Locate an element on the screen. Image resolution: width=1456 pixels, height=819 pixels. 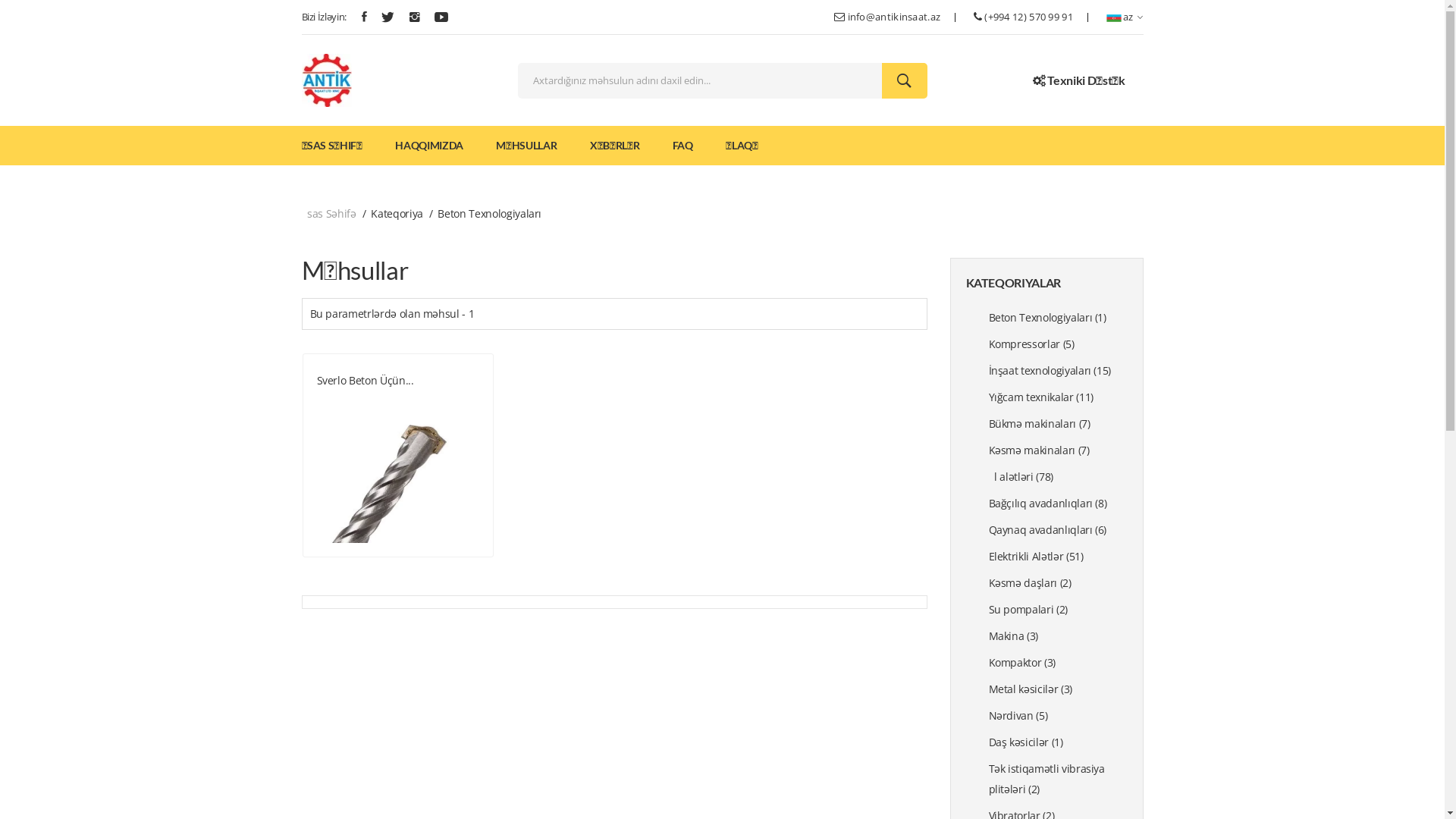
'info@antikinsaat.az' is located at coordinates (894, 17).